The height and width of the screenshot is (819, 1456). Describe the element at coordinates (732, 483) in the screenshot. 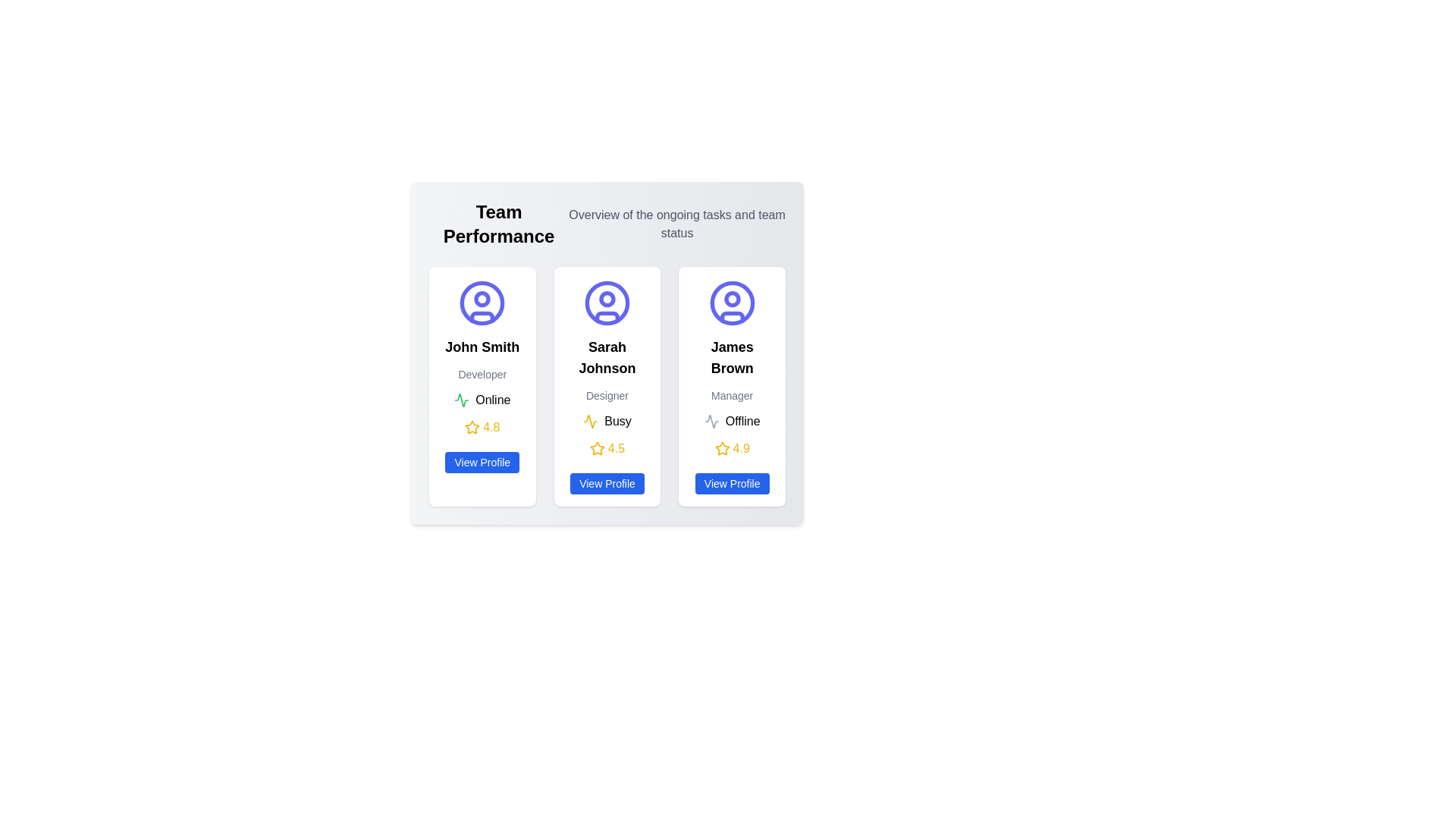

I see `the call-to-action button located at the bottom of the card representing 'James Brown', who is offline with a rating of 4.9` at that location.